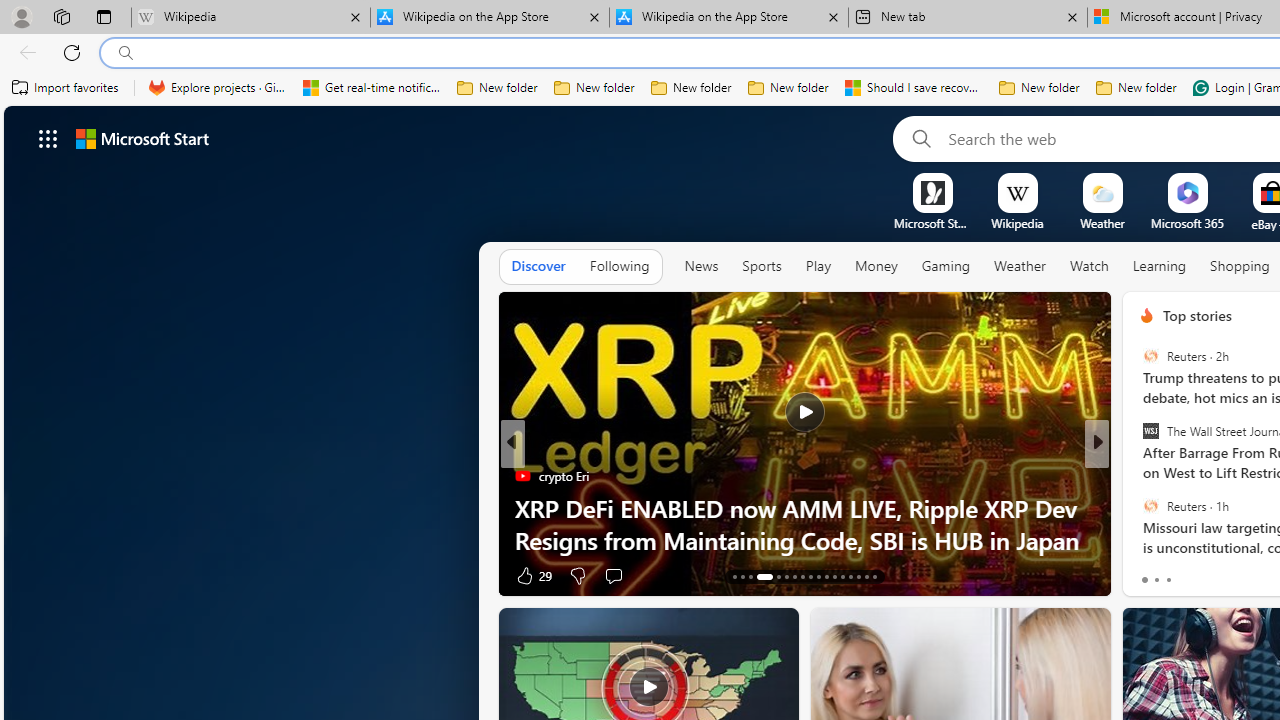 The height and width of the screenshot is (720, 1280). Describe the element at coordinates (826, 577) in the screenshot. I see `'AutomationID: tab-23'` at that location.